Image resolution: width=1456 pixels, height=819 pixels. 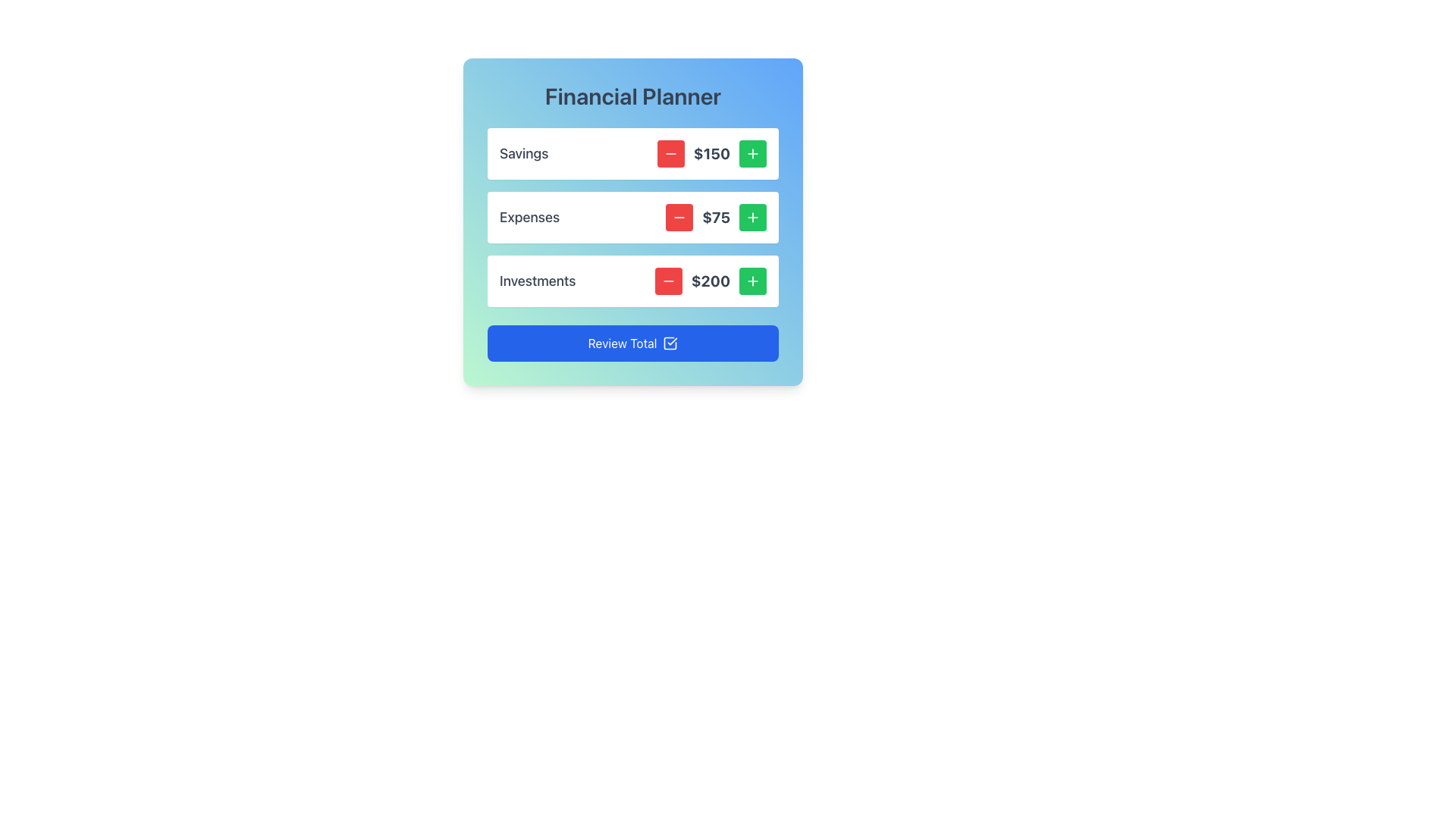 I want to click on the small white plus sign icon located within the green rounded rectangular button at the rightmost position of the 'Investments' row to increment the investment value, so click(x=753, y=281).